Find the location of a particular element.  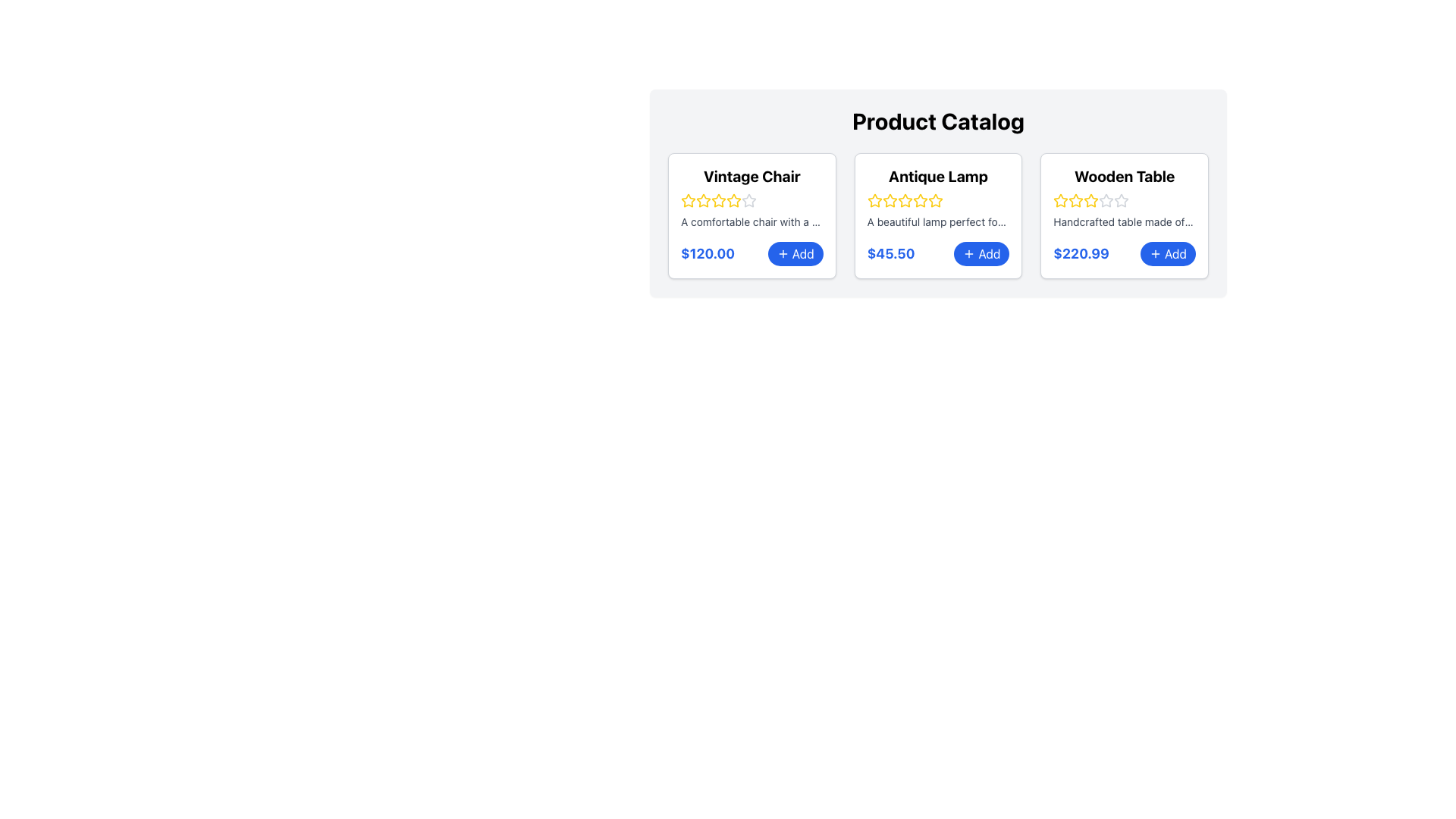

header text 'Wooden Table' displayed in a bold and large font at the top-center of the product card layout is located at coordinates (1125, 175).